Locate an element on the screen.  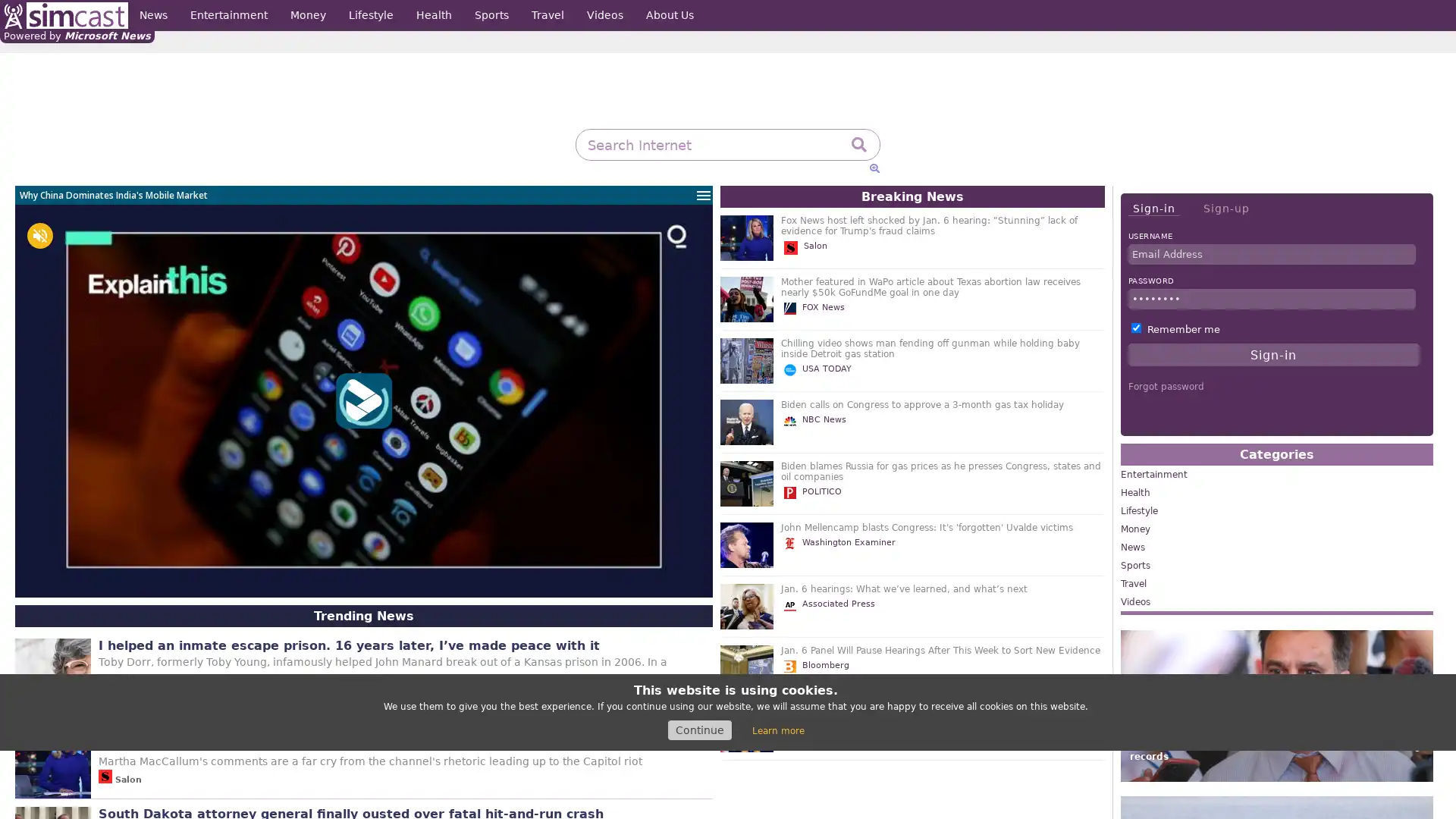
Sign-in is located at coordinates (1153, 209).